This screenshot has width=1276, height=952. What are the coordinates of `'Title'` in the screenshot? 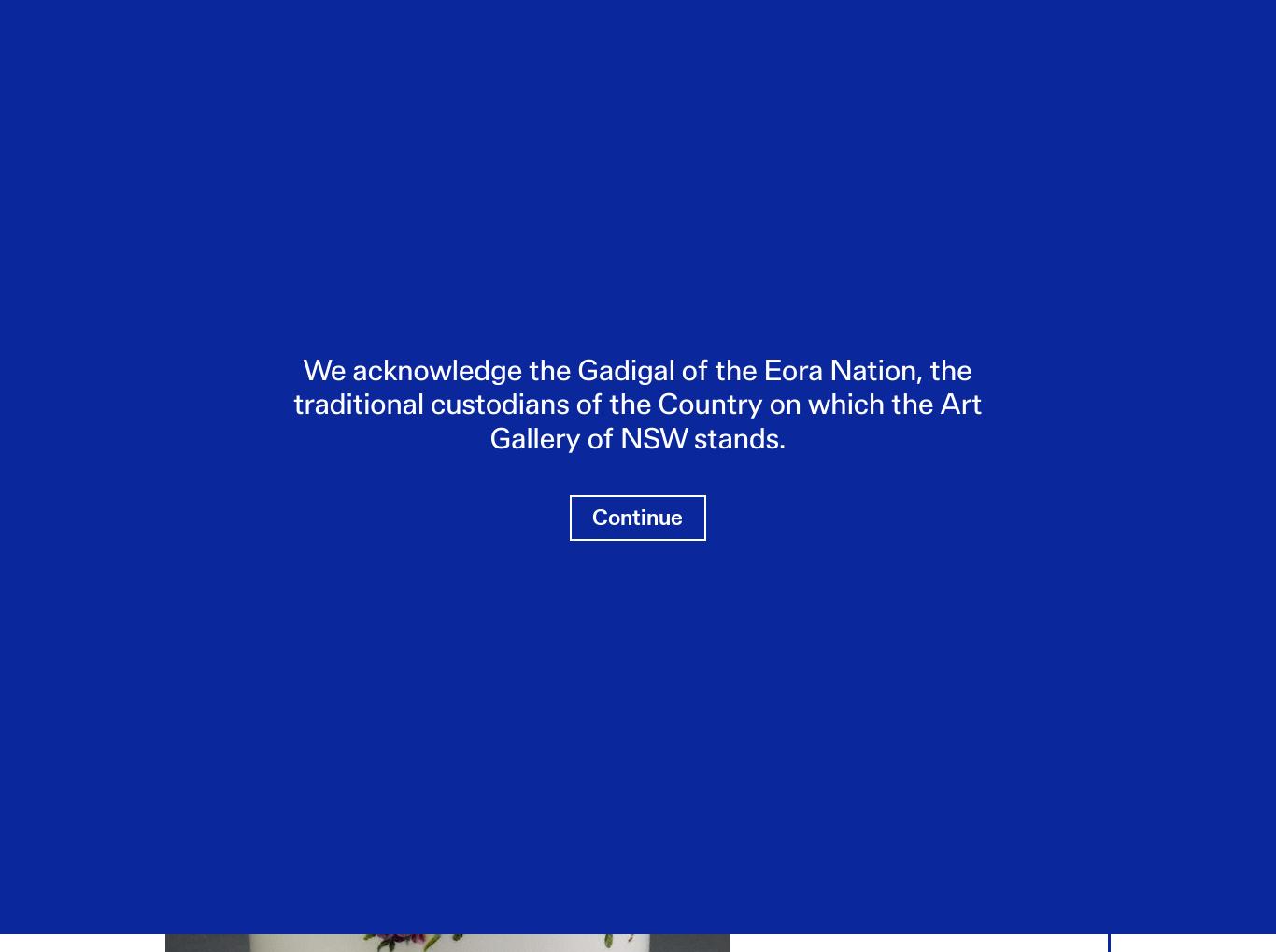 It's located at (178, 289).